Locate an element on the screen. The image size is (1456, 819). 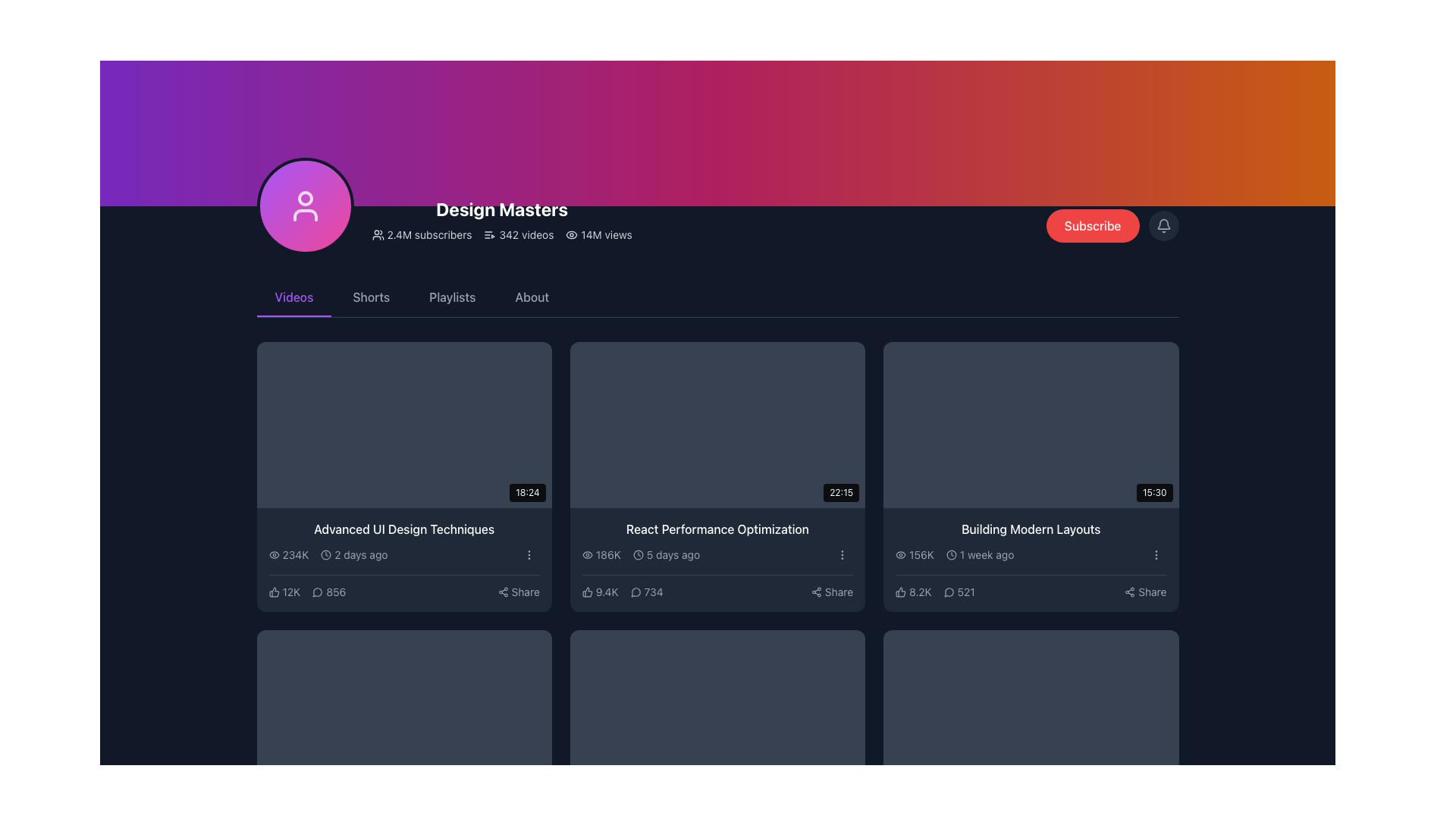
the small circular speech bubble icon outlined in light gray, which is located next to the numeric value '856' beneath the video card labeled 'Advanced UI Design Techniques' is located at coordinates (317, 591).